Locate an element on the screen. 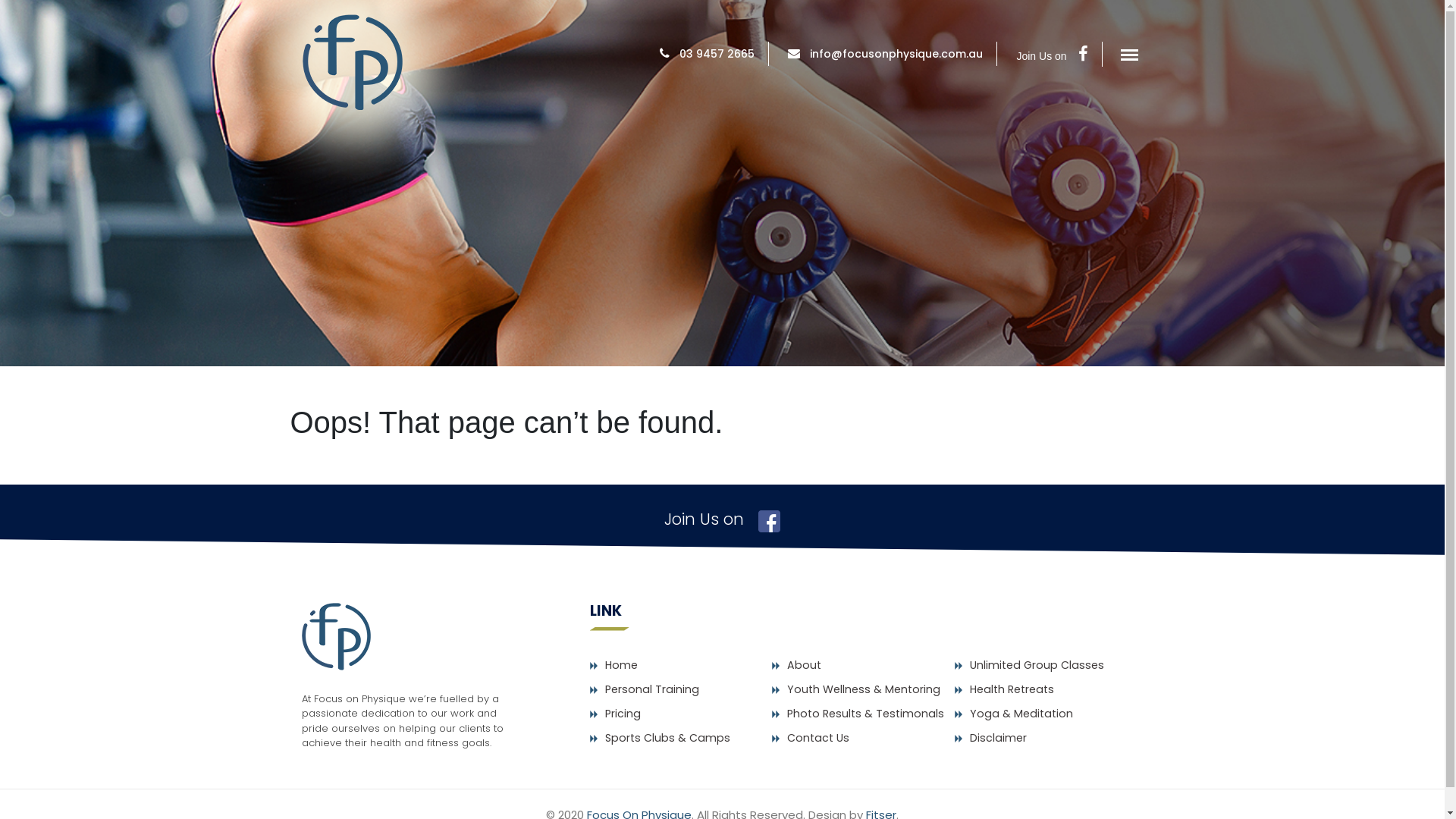  '03 9457 2665' is located at coordinates (716, 52).